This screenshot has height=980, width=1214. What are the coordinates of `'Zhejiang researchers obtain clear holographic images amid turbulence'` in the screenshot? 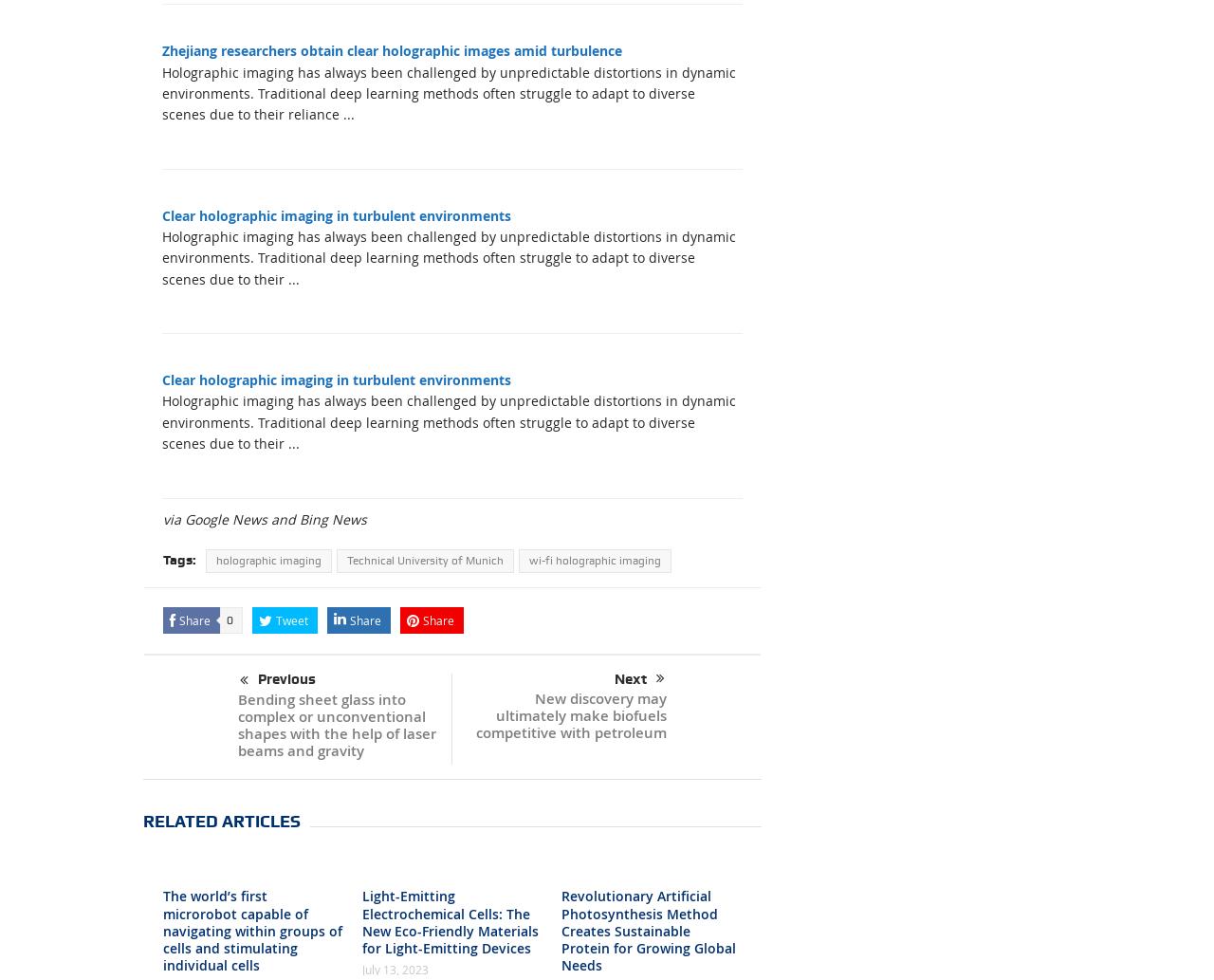 It's located at (391, 50).